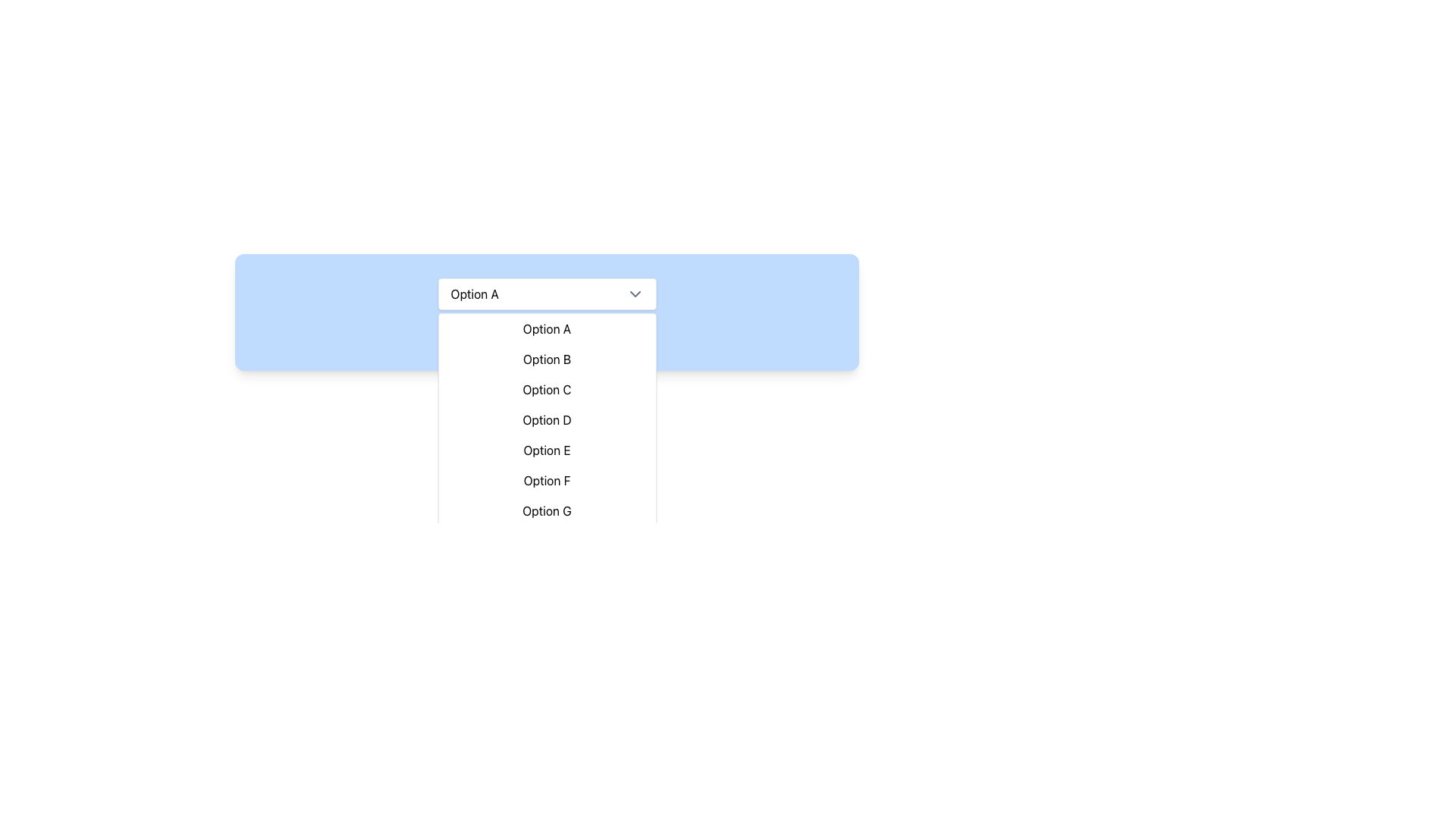  Describe the element at coordinates (546, 388) in the screenshot. I see `the third option labeled 'Option C' in the dropdown menu` at that location.